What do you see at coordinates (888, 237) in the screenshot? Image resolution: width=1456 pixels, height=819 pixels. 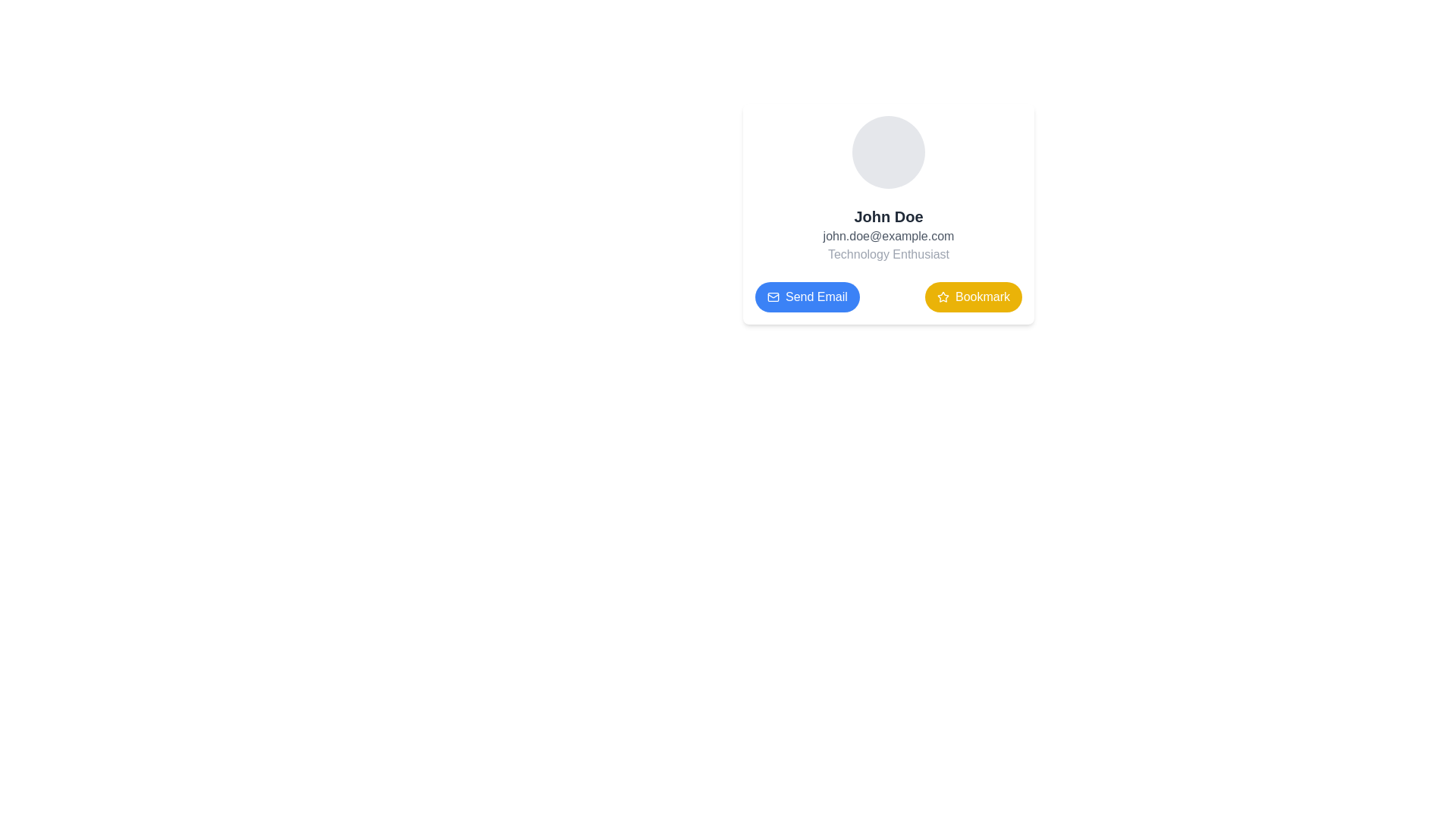 I see `the static text displaying the email address 'john.doe@example.com', which is styled in gray and positioned between 'John Doe' and 'Technology Enthusiast'` at bounding box center [888, 237].